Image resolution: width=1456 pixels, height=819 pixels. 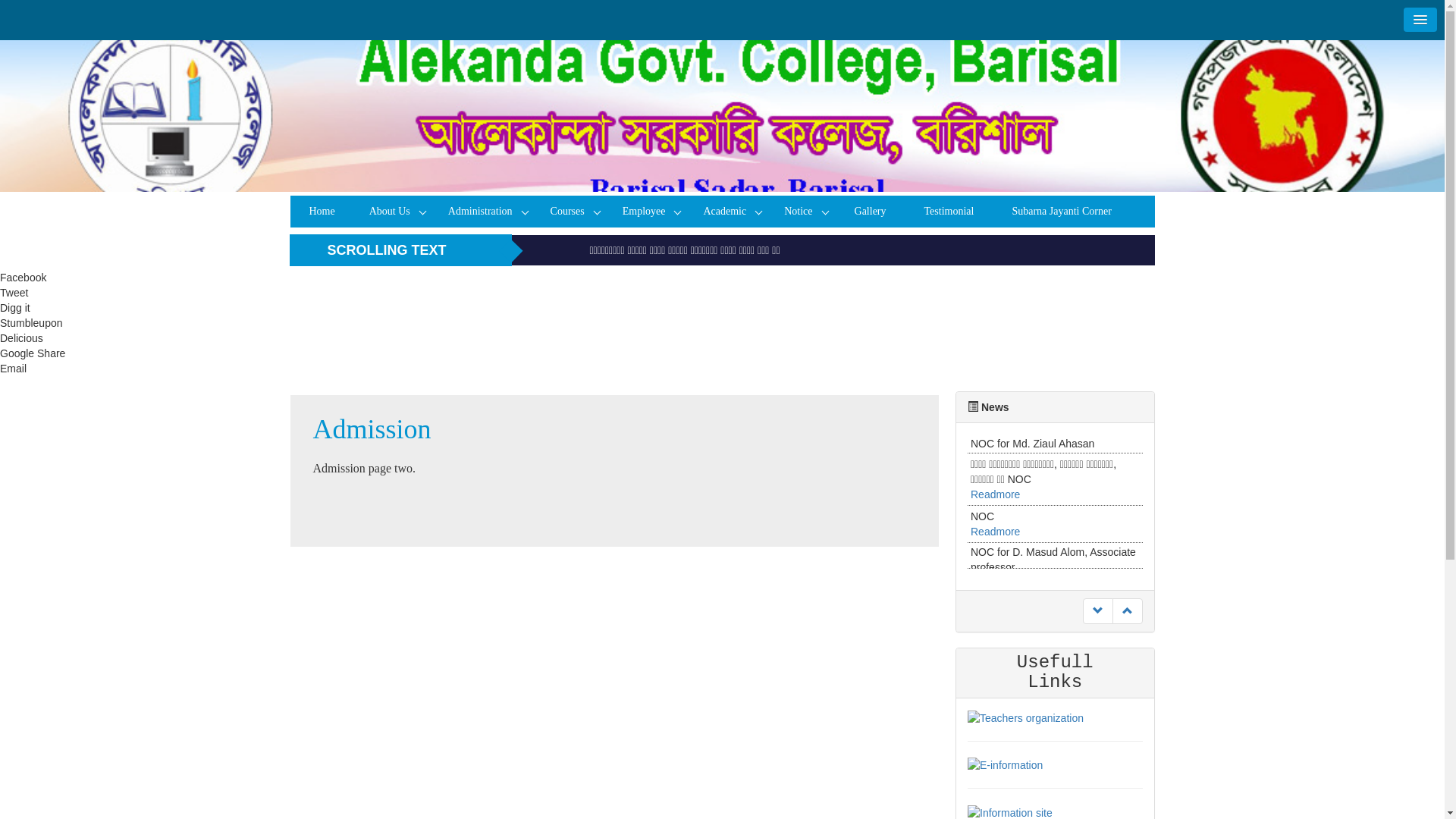 What do you see at coordinates (728, 211) in the screenshot?
I see `'Academic'` at bounding box center [728, 211].